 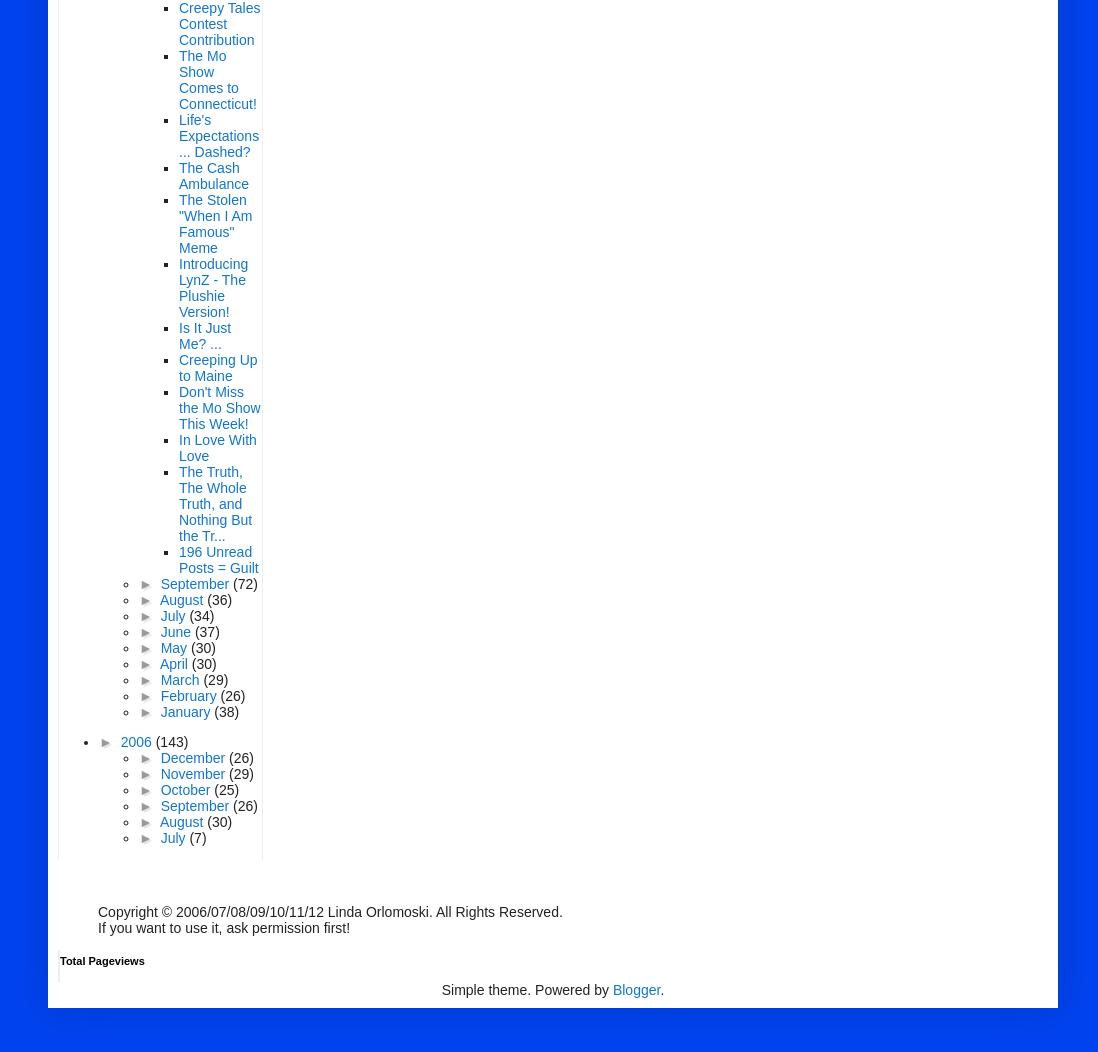 I want to click on 'June', so click(x=176, y=632).